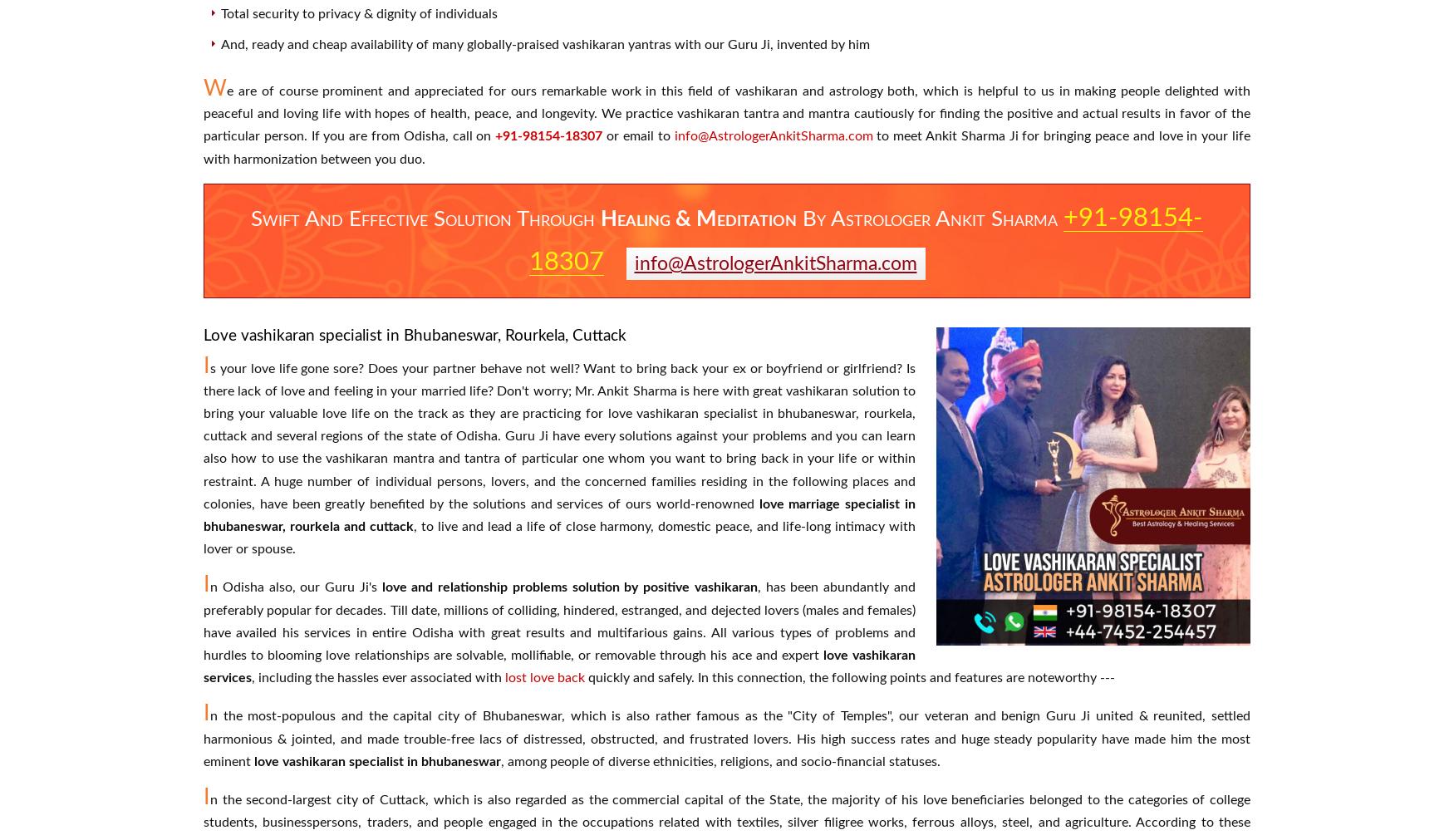 This screenshot has width=1454, height=840. What do you see at coordinates (544, 42) in the screenshot?
I see `'And, ready and cheap availability of many globally-praised vashikaran yantras with our Guru Ji, invented by him'` at bounding box center [544, 42].